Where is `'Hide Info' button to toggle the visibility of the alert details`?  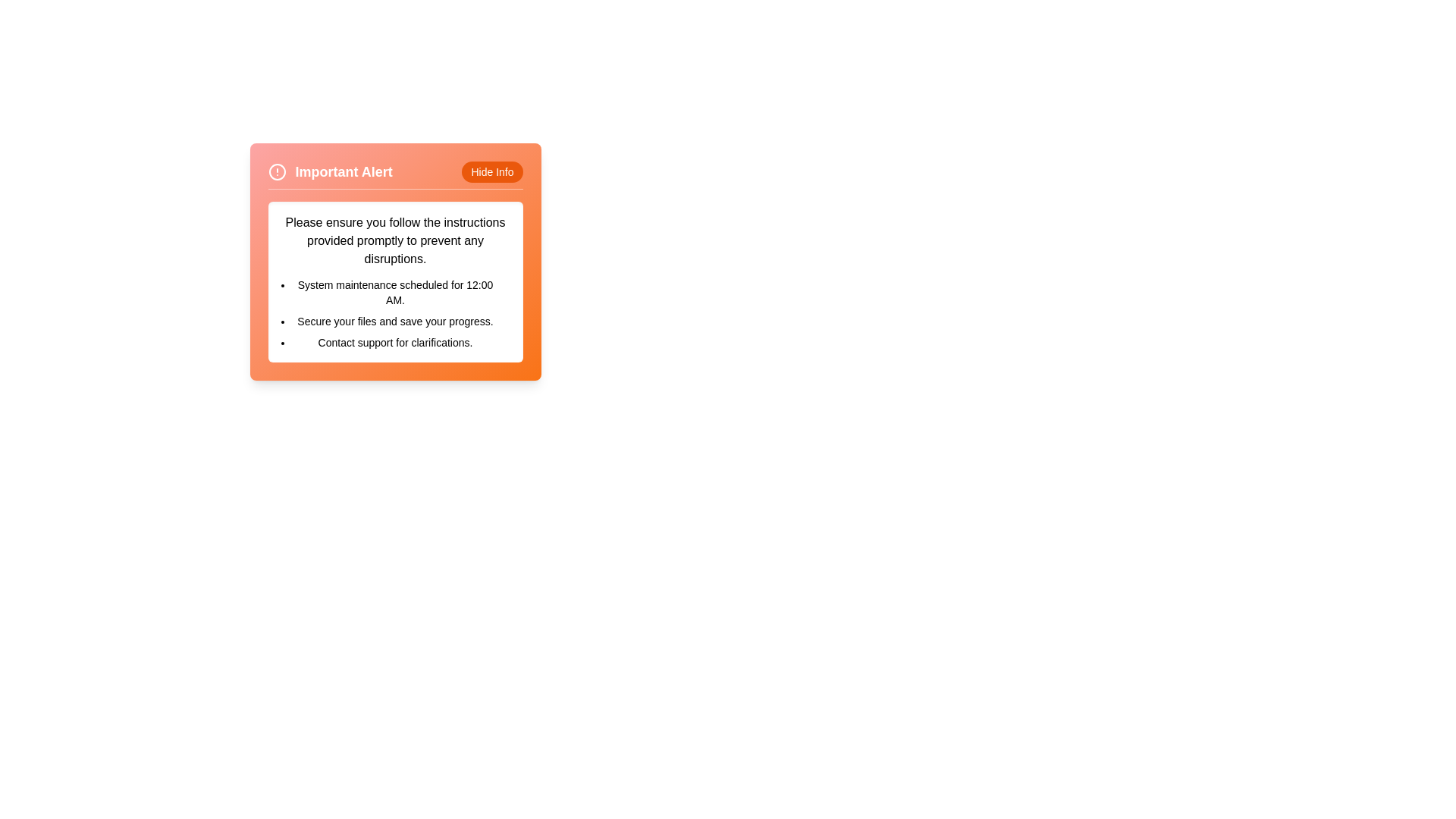
'Hide Info' button to toggle the visibility of the alert details is located at coordinates (491, 171).